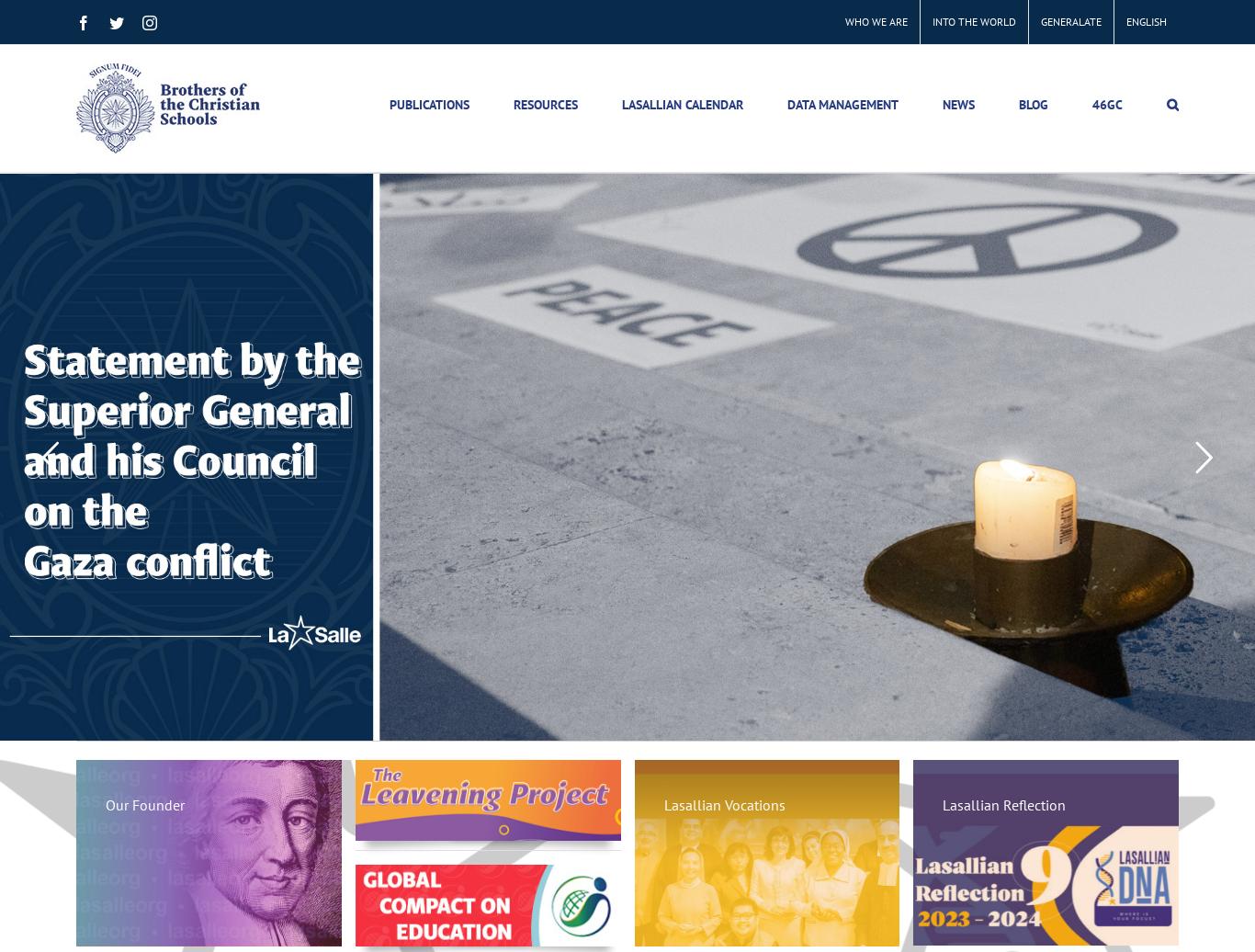  Describe the element at coordinates (1002, 805) in the screenshot. I see `'Lasallian Reflection'` at that location.